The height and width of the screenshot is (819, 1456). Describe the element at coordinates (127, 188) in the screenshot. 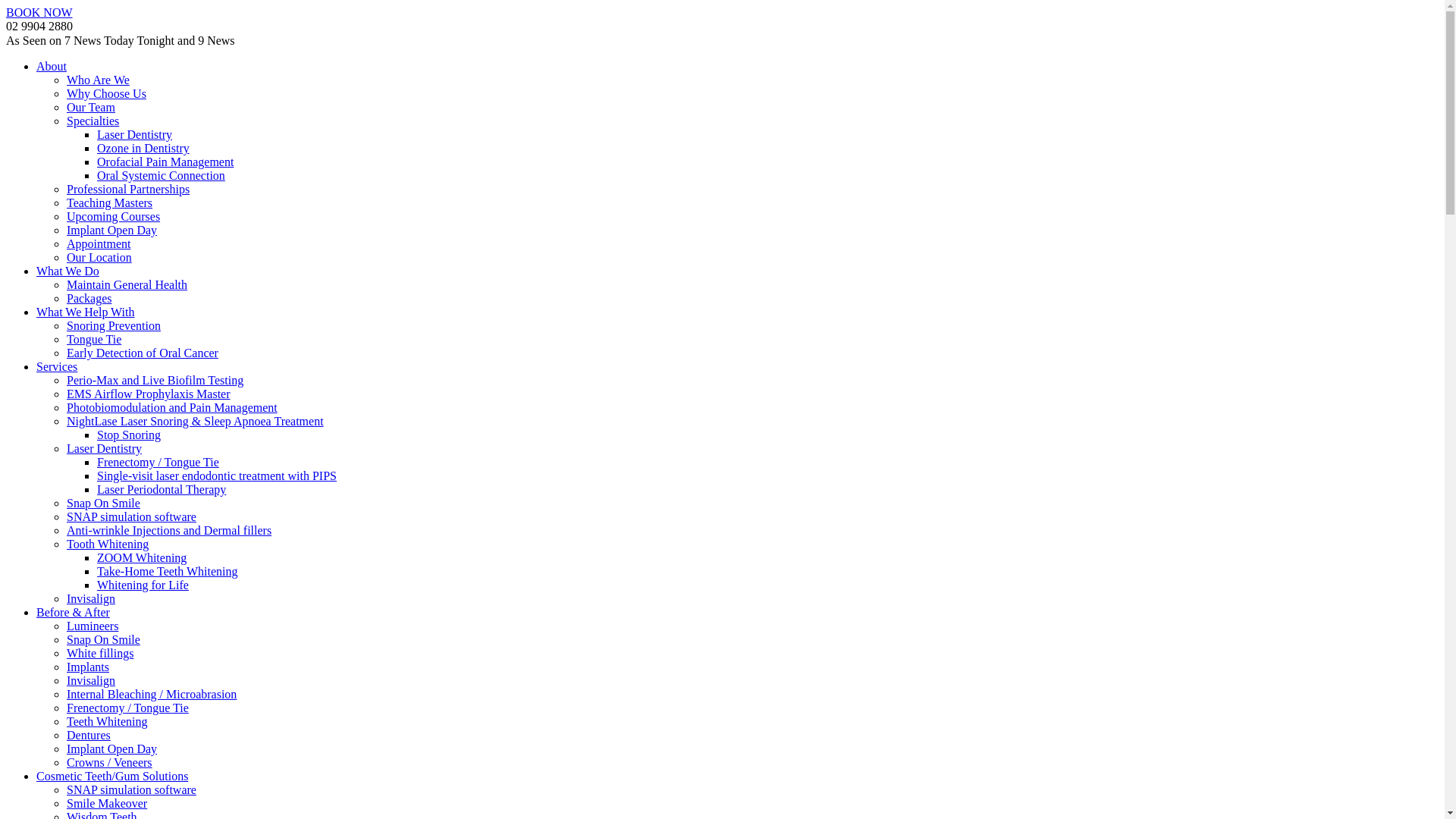

I see `'Professional Partnerships'` at that location.